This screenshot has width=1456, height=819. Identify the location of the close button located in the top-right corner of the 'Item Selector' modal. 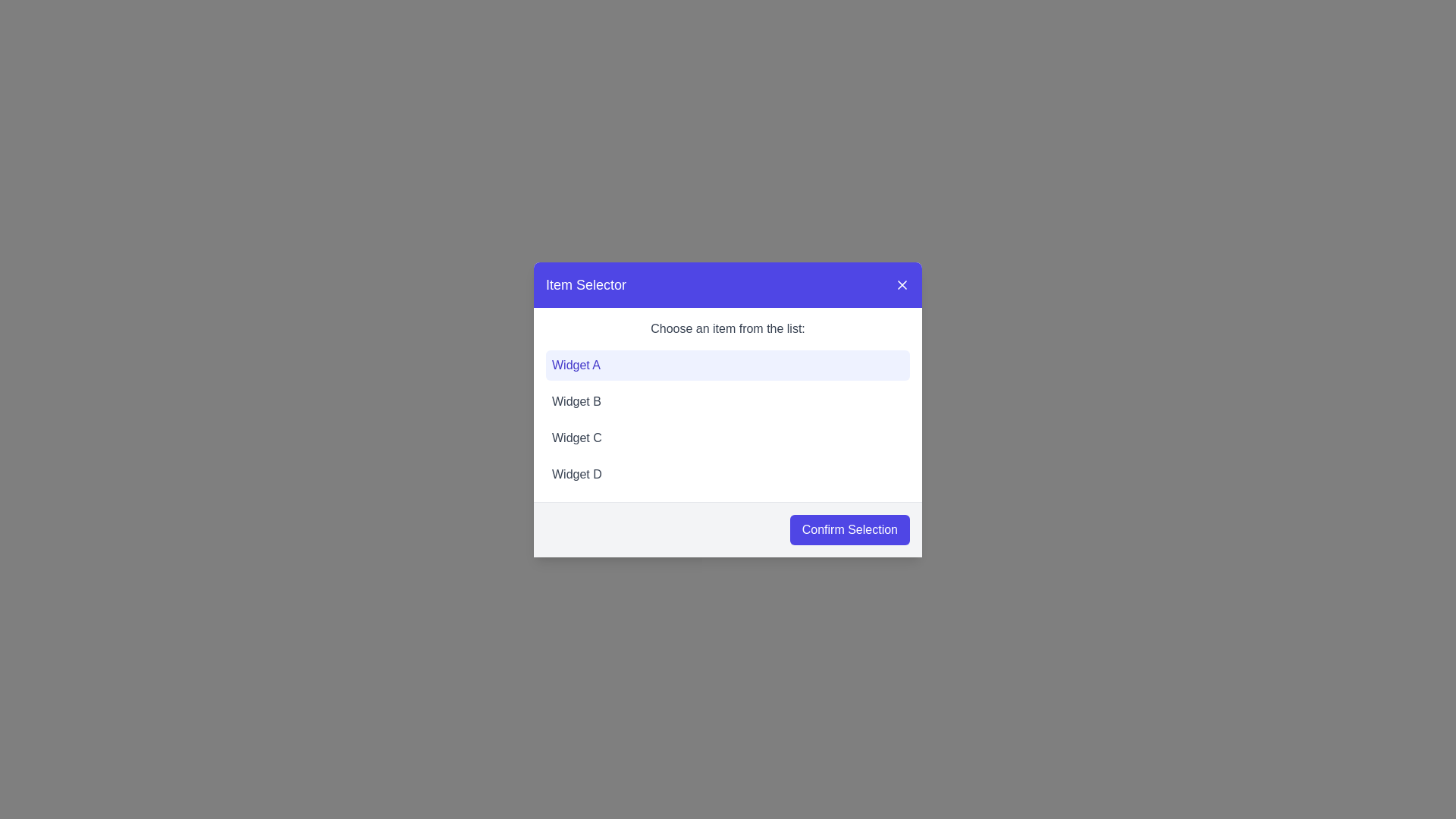
(902, 284).